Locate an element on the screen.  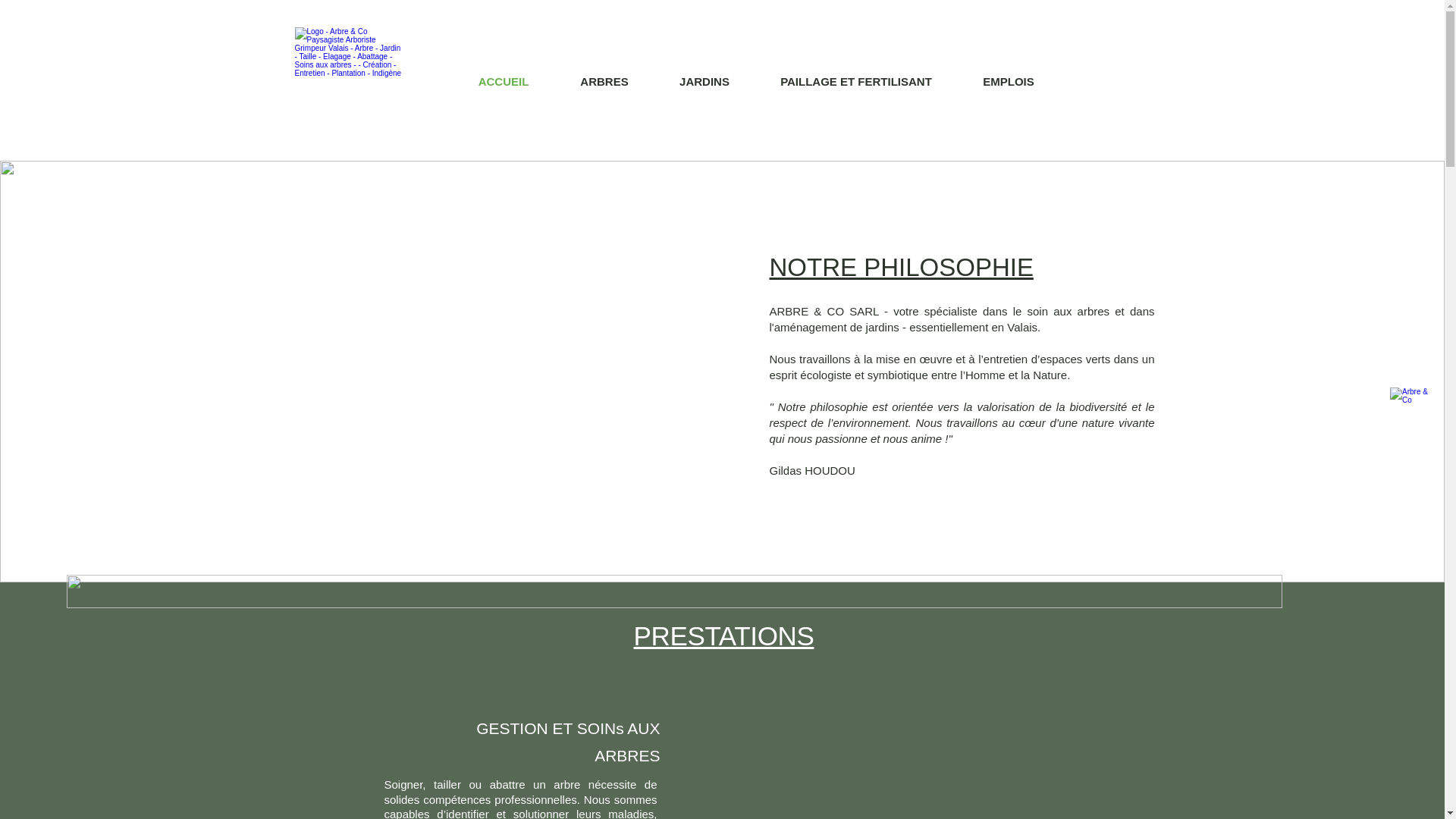
'ARBRES' is located at coordinates (604, 81).